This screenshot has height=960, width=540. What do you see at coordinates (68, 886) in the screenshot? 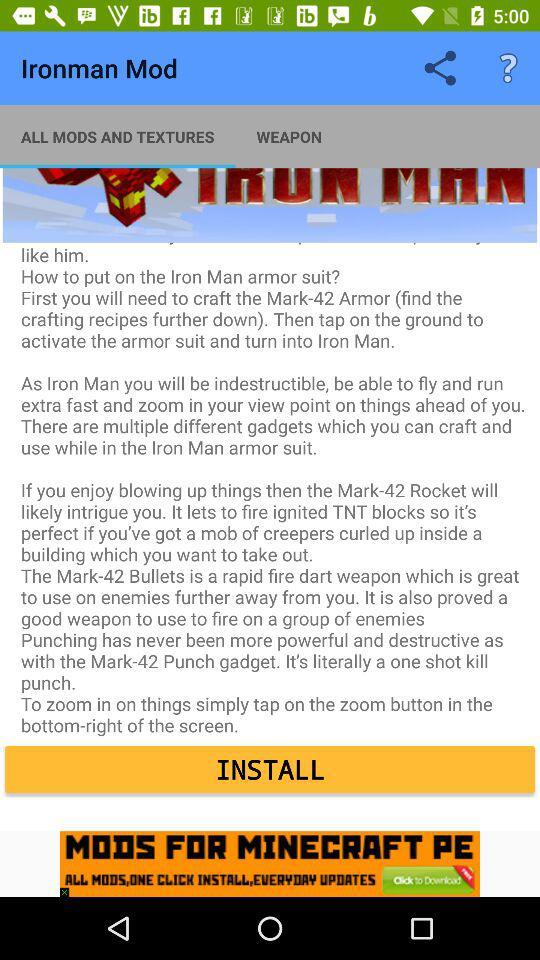
I see `icon at the bottom left corner` at bounding box center [68, 886].